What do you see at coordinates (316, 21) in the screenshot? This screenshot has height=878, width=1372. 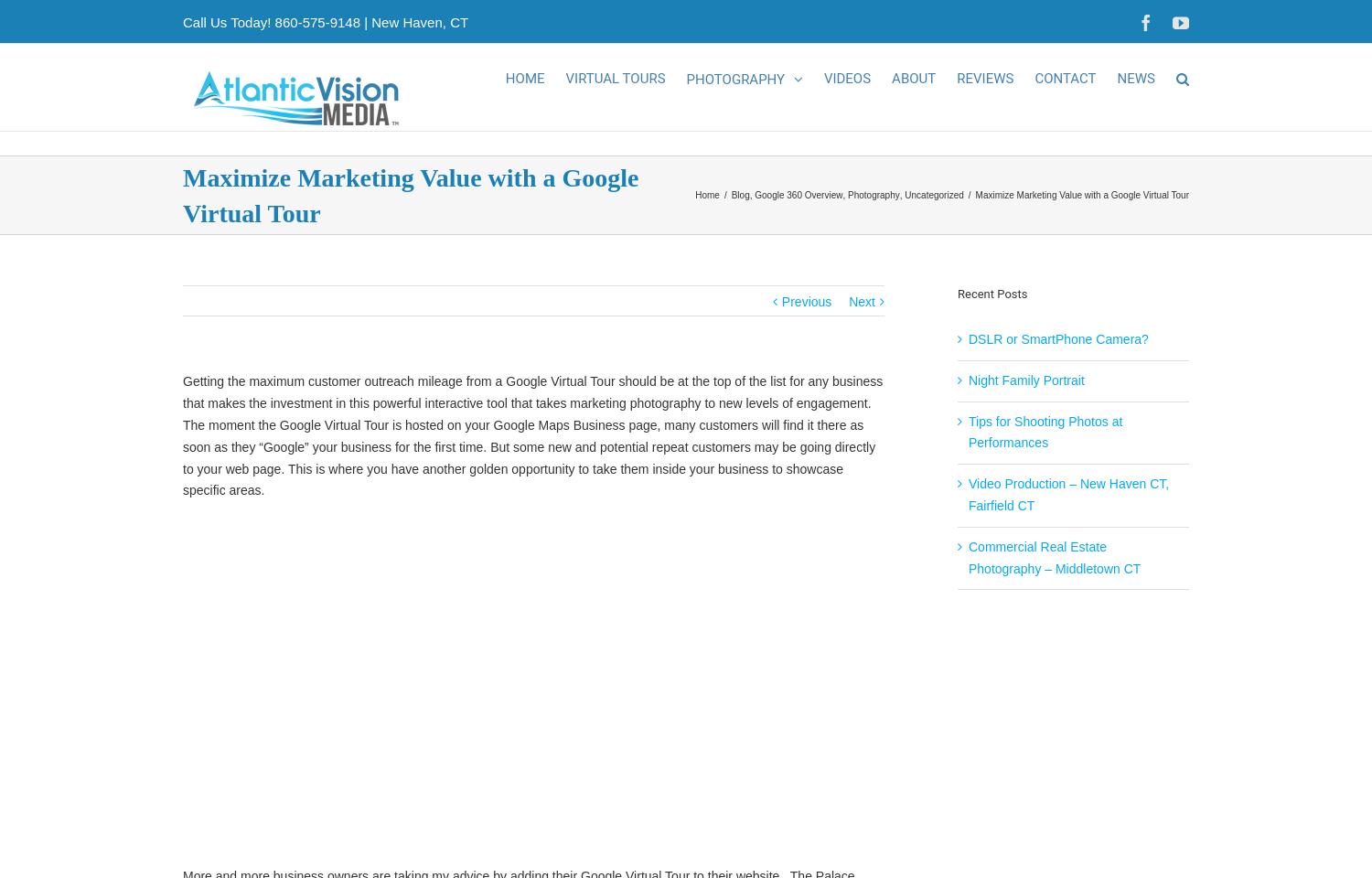 I see `'860-575-9148'` at bounding box center [316, 21].